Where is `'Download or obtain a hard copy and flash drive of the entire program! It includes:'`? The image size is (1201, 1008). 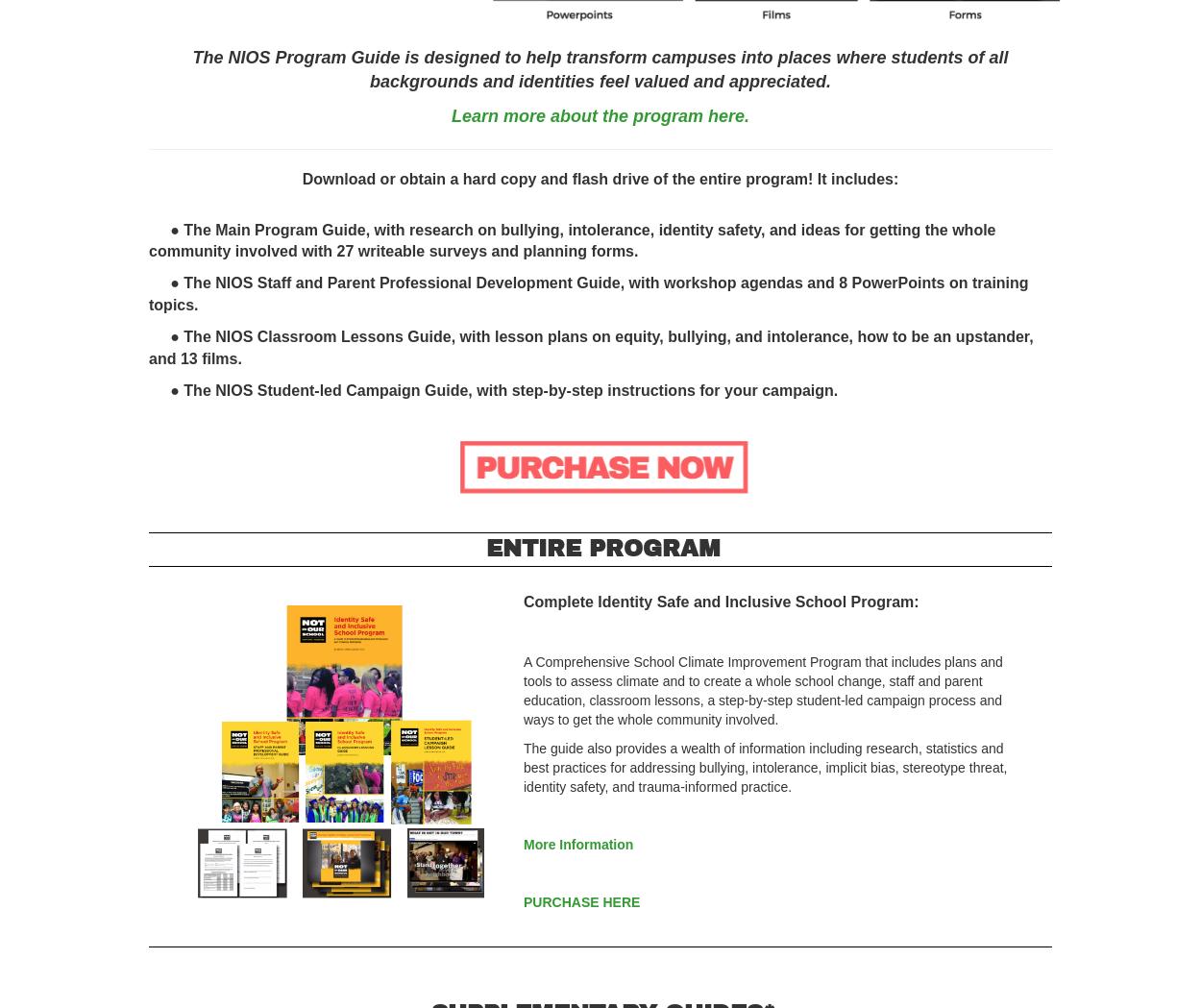 'Download or obtain a hard copy and flash drive of the entire program! It includes:' is located at coordinates (599, 177).